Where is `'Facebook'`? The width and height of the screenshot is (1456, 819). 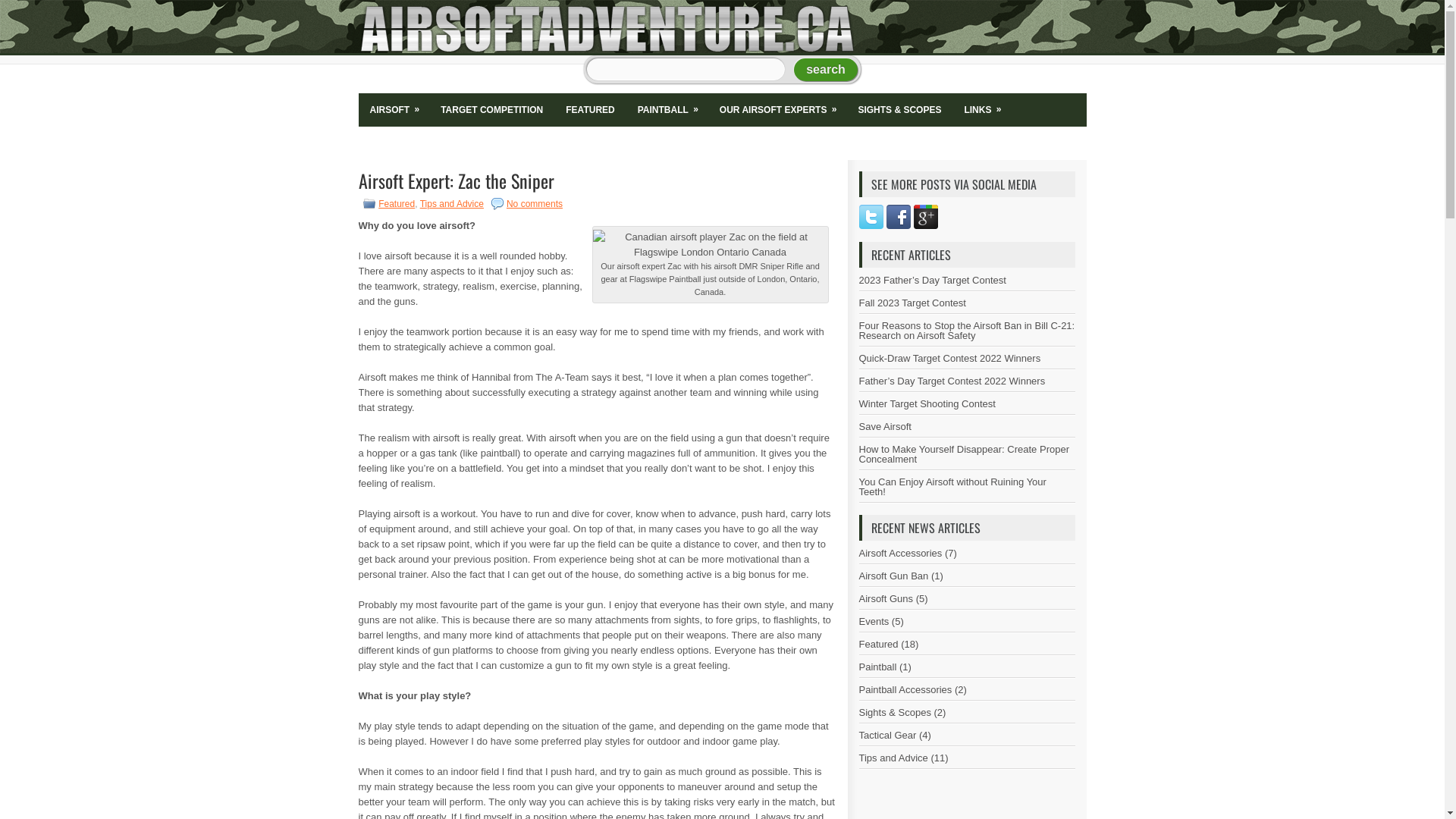 'Facebook' is located at coordinates (898, 216).